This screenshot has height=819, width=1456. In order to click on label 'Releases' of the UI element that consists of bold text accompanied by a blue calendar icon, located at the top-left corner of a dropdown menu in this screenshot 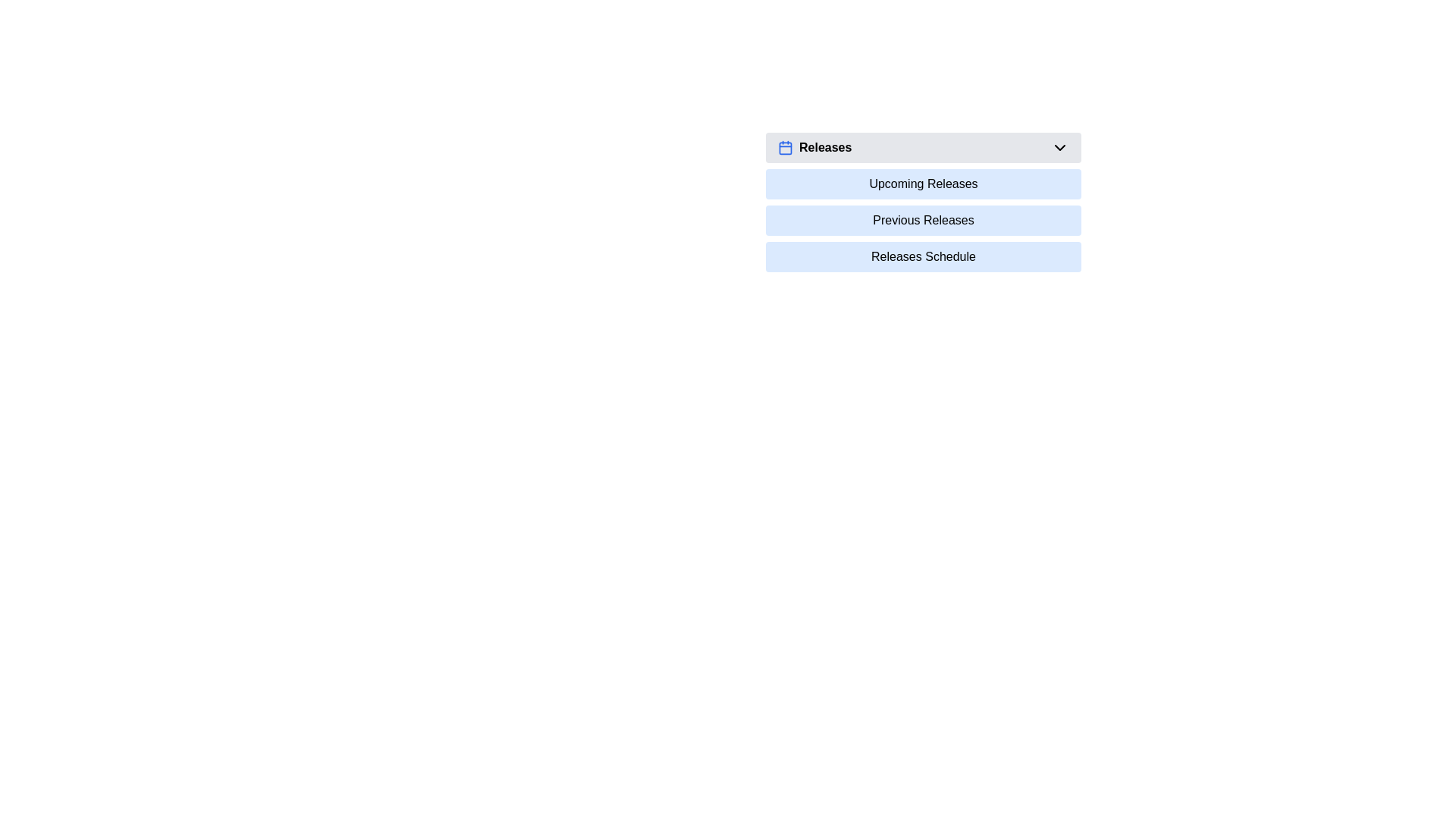, I will do `click(814, 148)`.